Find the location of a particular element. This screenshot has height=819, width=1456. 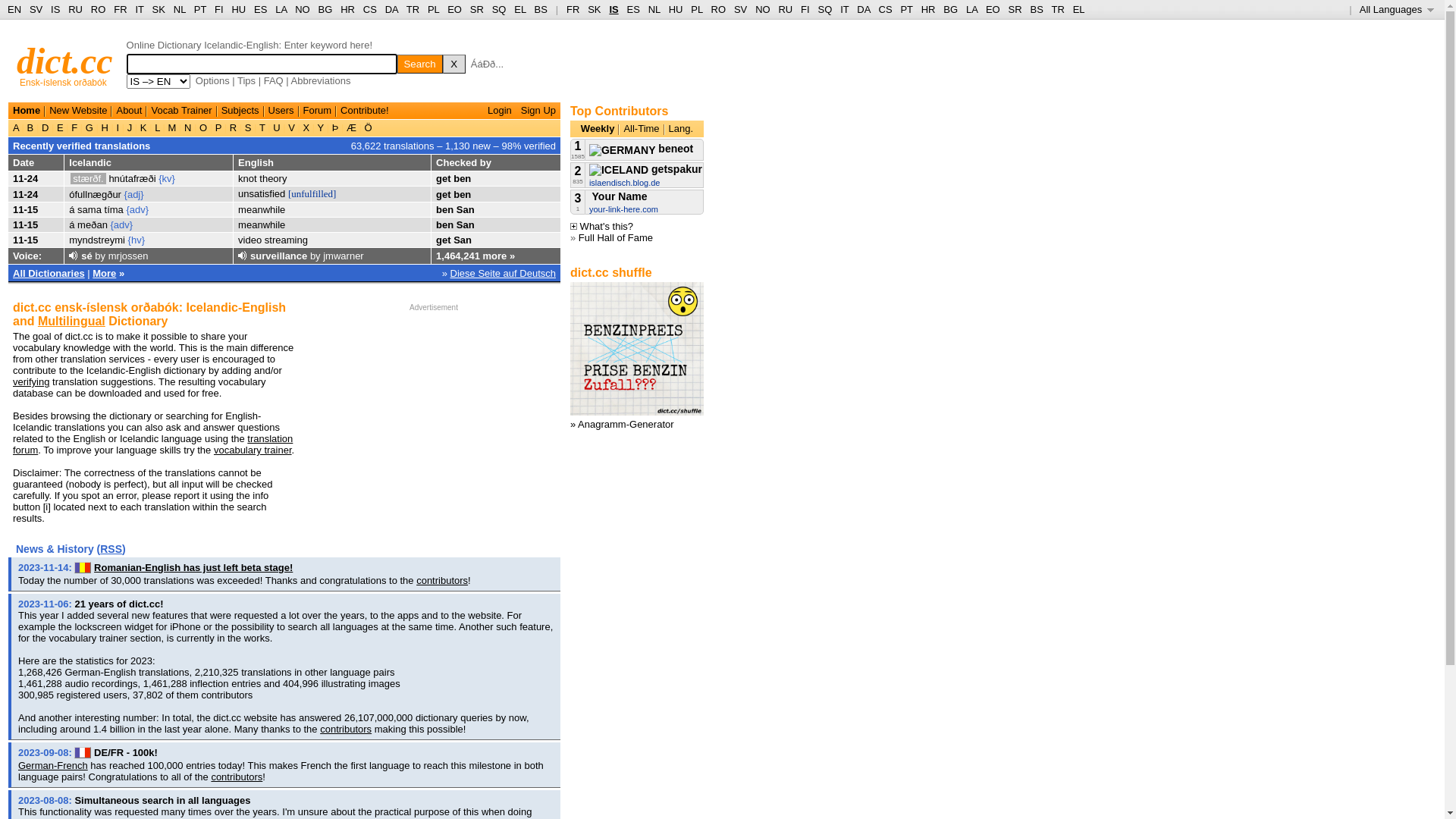

'A' is located at coordinates (13, 127).